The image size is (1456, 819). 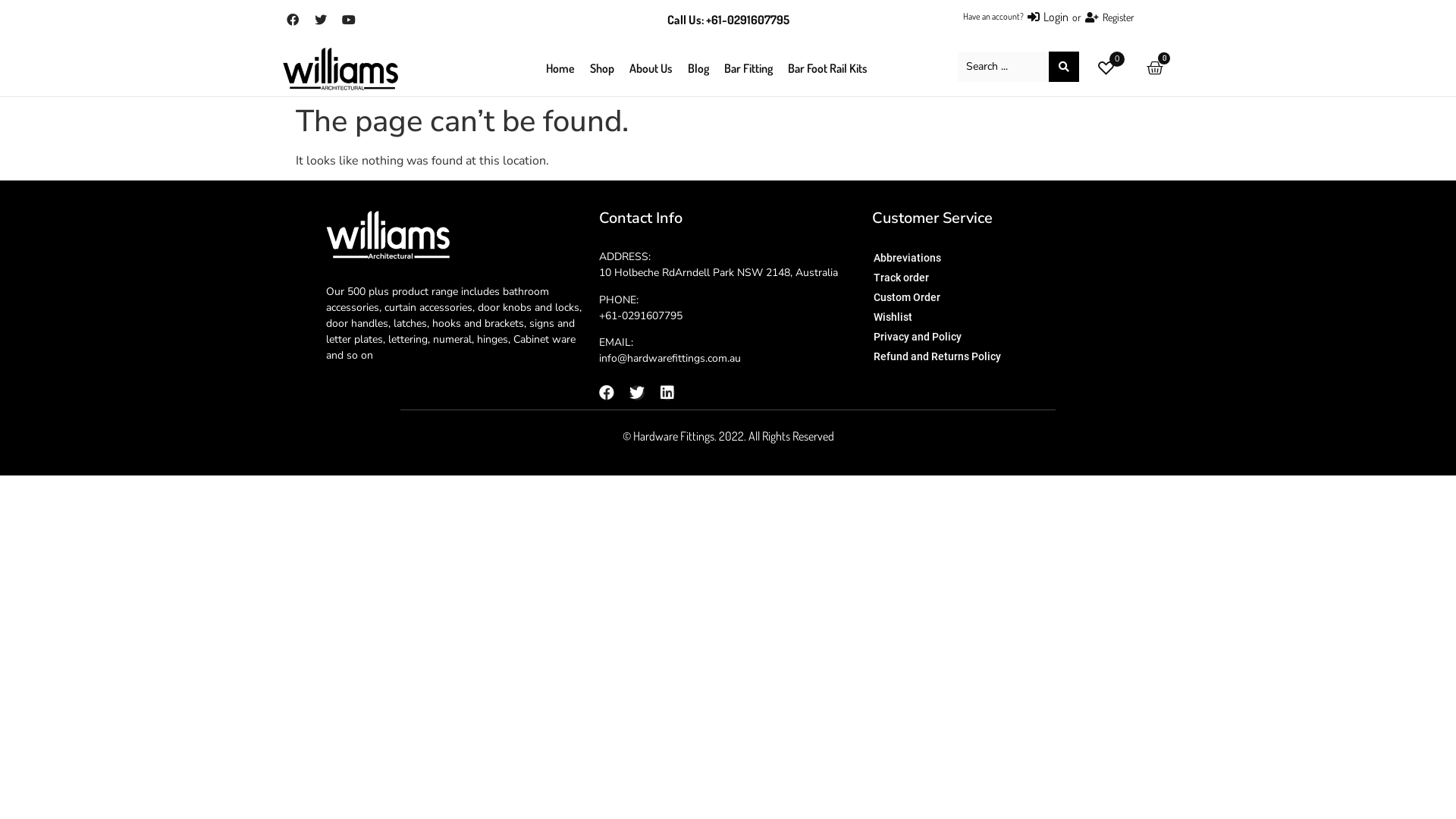 What do you see at coordinates (1047, 17) in the screenshot?
I see `'Login'` at bounding box center [1047, 17].